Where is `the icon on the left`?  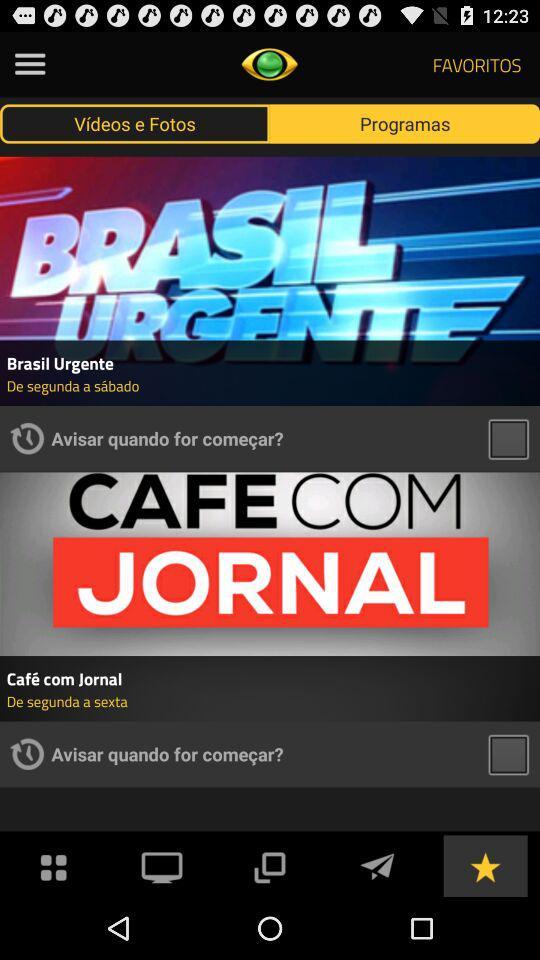 the icon on the left is located at coordinates (26, 438).